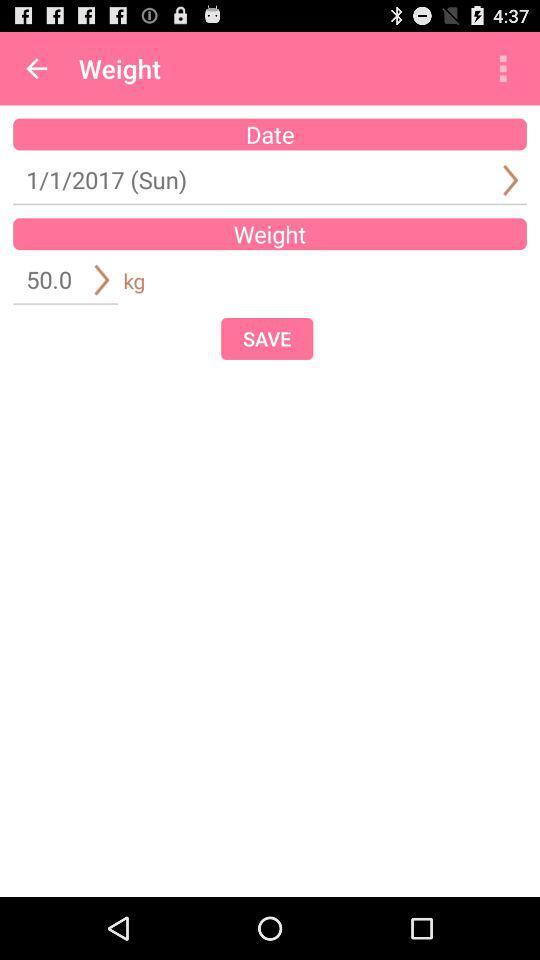  Describe the element at coordinates (502, 68) in the screenshot. I see `more option which is on the top right corner of the page` at that location.